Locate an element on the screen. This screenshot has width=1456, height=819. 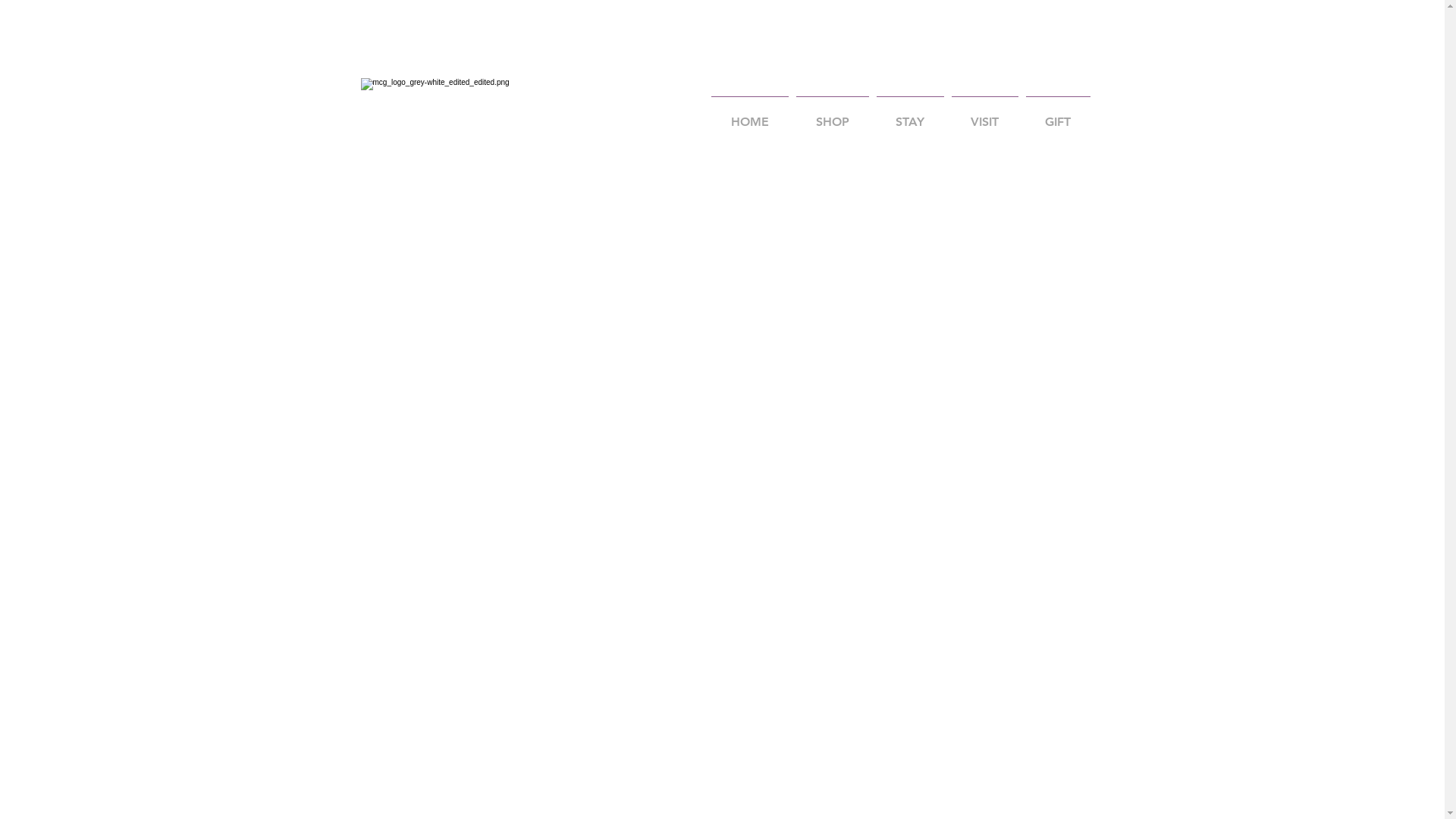
'GIFT' is located at coordinates (1057, 114).